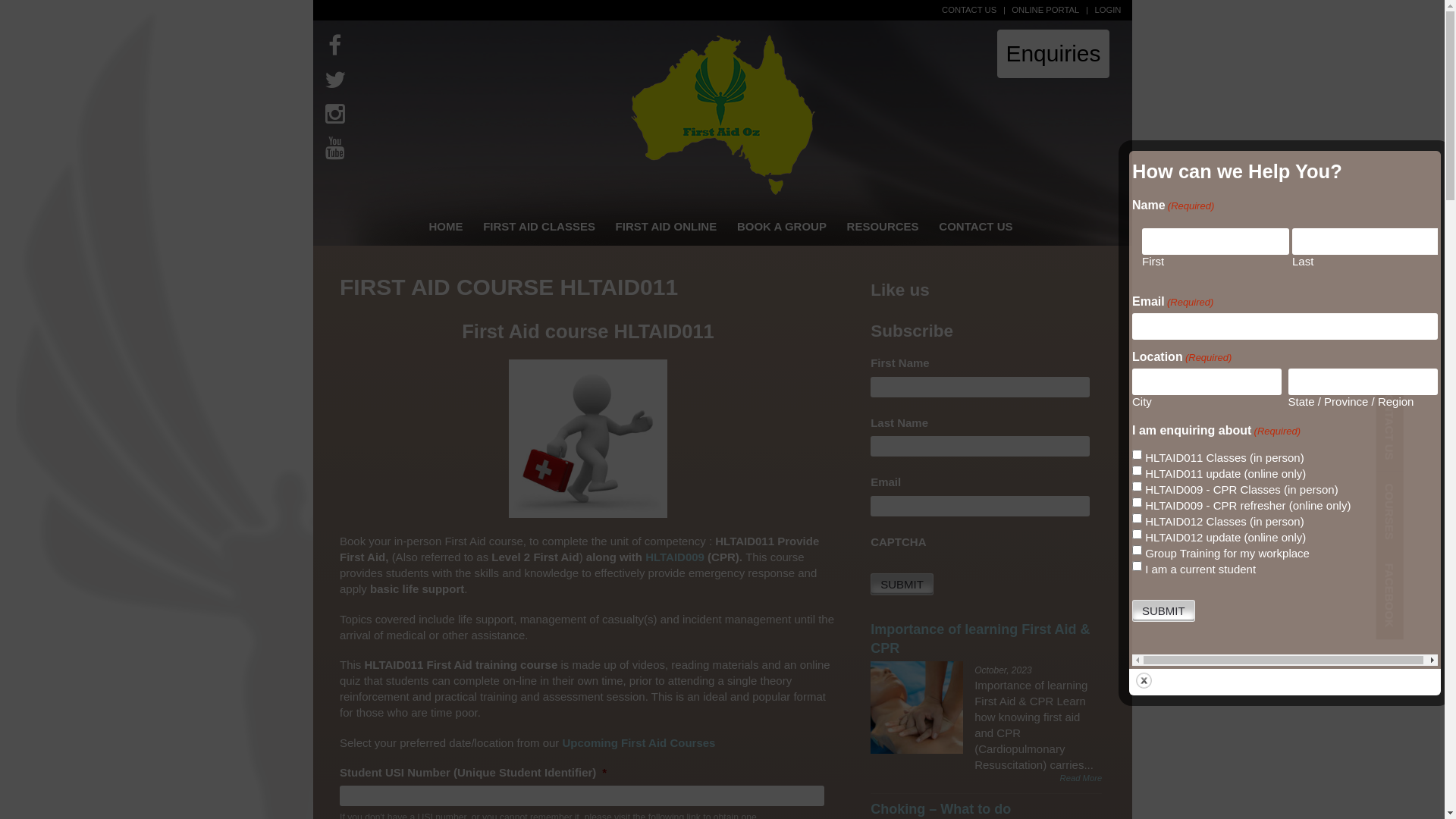 The image size is (1456, 819). What do you see at coordinates (882, 225) in the screenshot?
I see `'RESOURCES'` at bounding box center [882, 225].